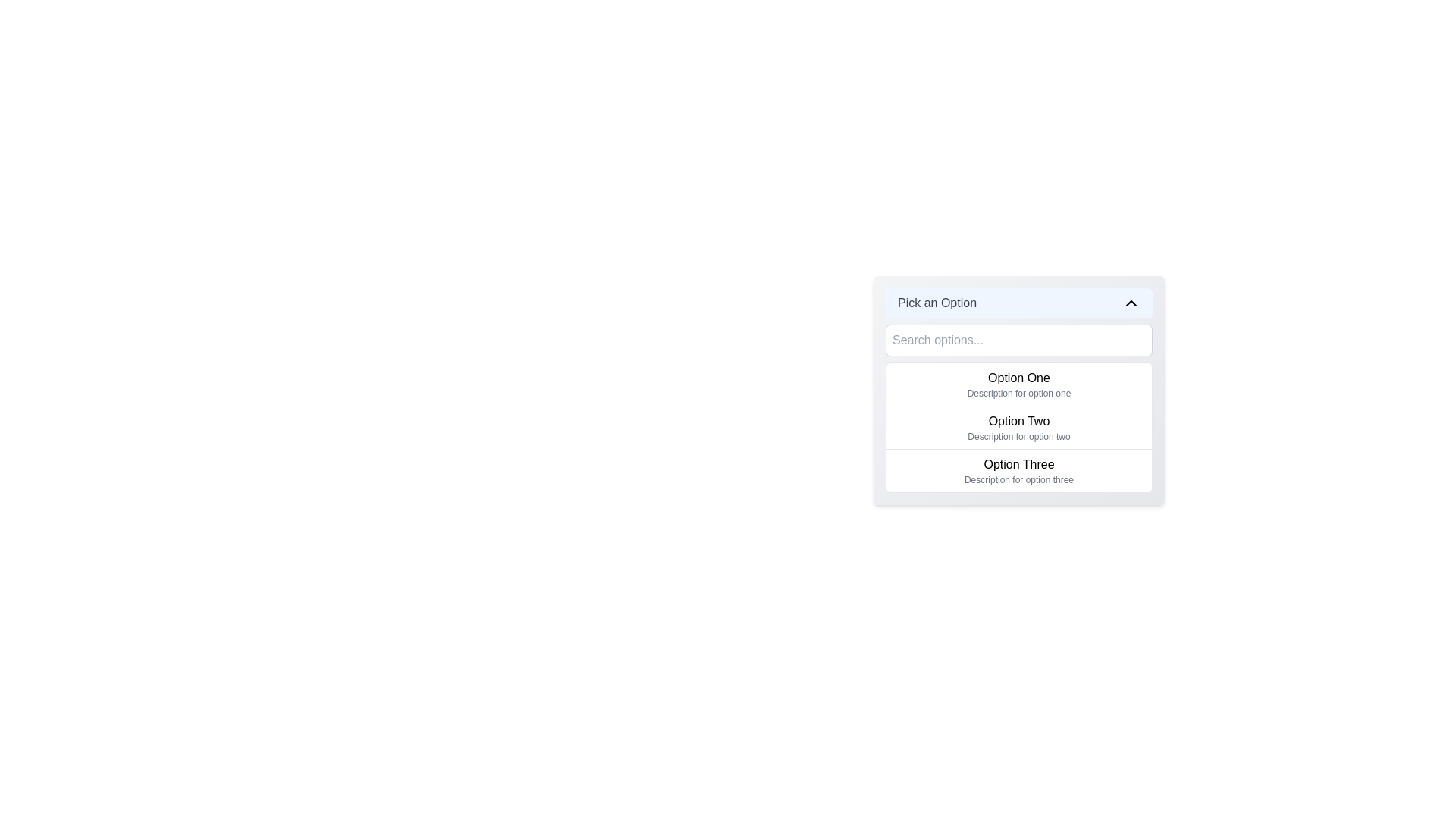  Describe the element at coordinates (1131, 303) in the screenshot. I see `the upwards triangle icon in the upper right corner of the section labeled 'Pick an Option'` at that location.